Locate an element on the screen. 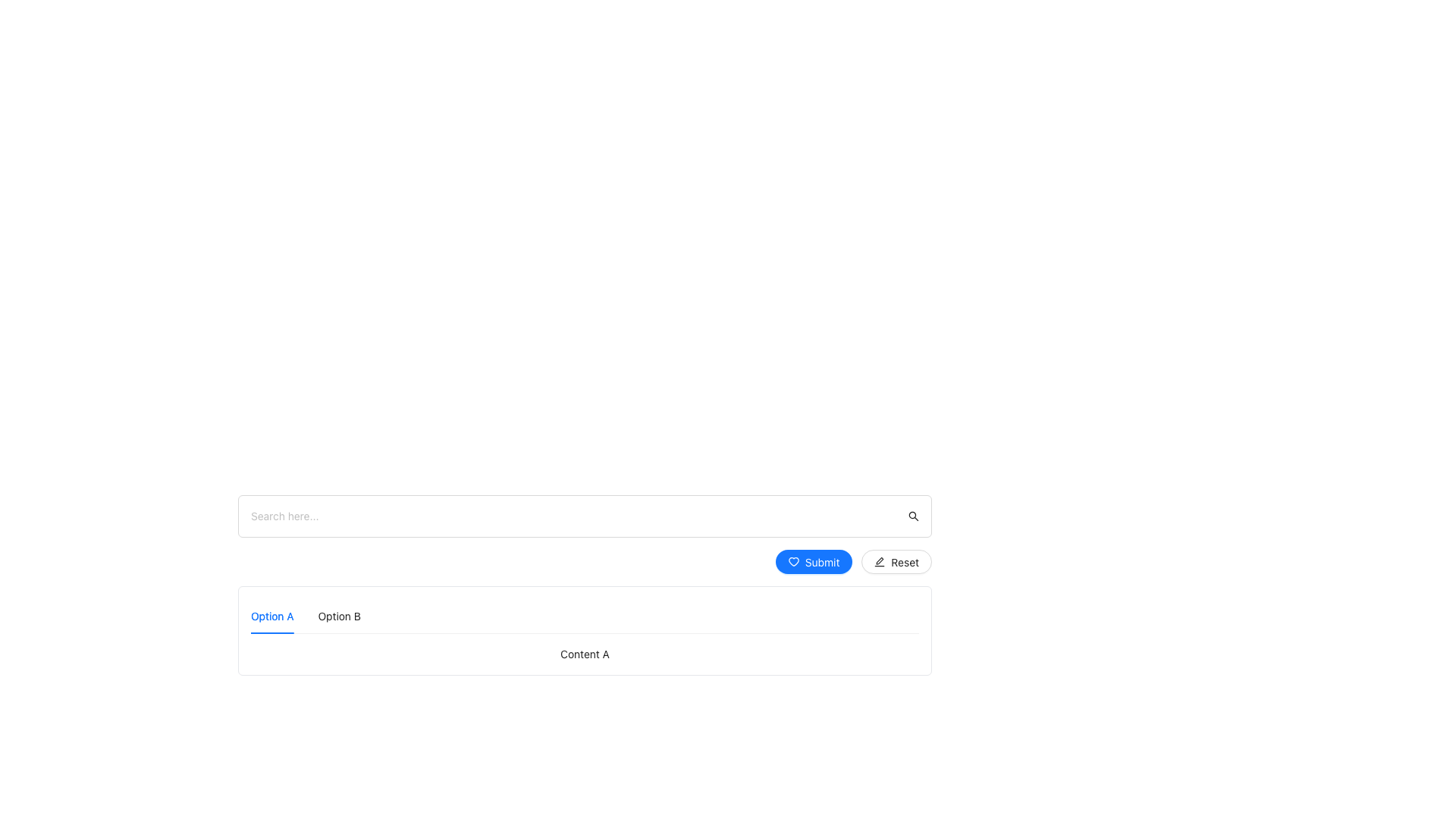 The height and width of the screenshot is (819, 1456). the second tab in the horizontal tab row that corresponds to 'Option B' is located at coordinates (338, 617).